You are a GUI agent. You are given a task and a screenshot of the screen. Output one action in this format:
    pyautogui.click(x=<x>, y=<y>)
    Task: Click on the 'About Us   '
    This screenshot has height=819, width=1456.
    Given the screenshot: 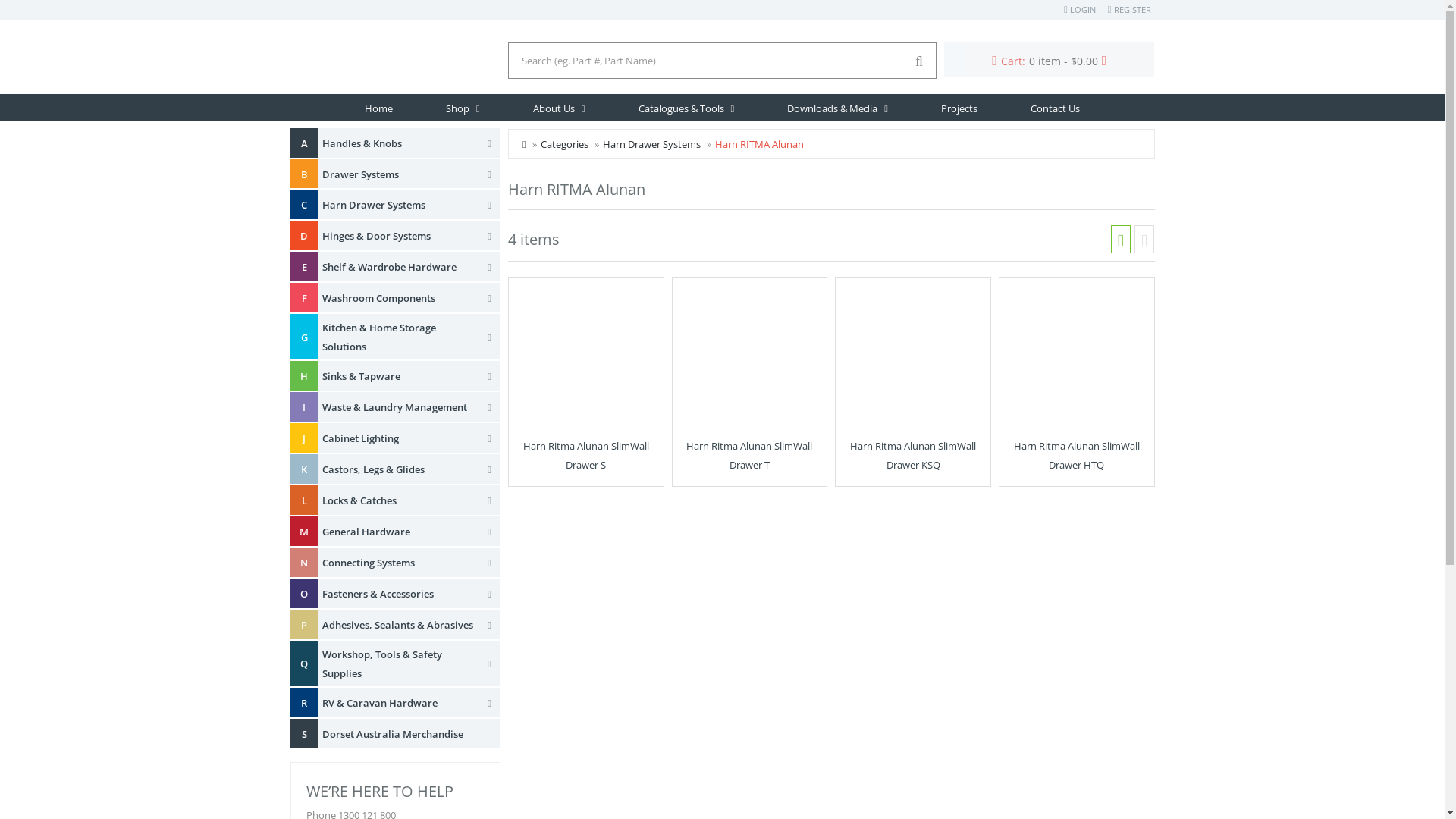 What is the action you would take?
    pyautogui.click(x=558, y=107)
    